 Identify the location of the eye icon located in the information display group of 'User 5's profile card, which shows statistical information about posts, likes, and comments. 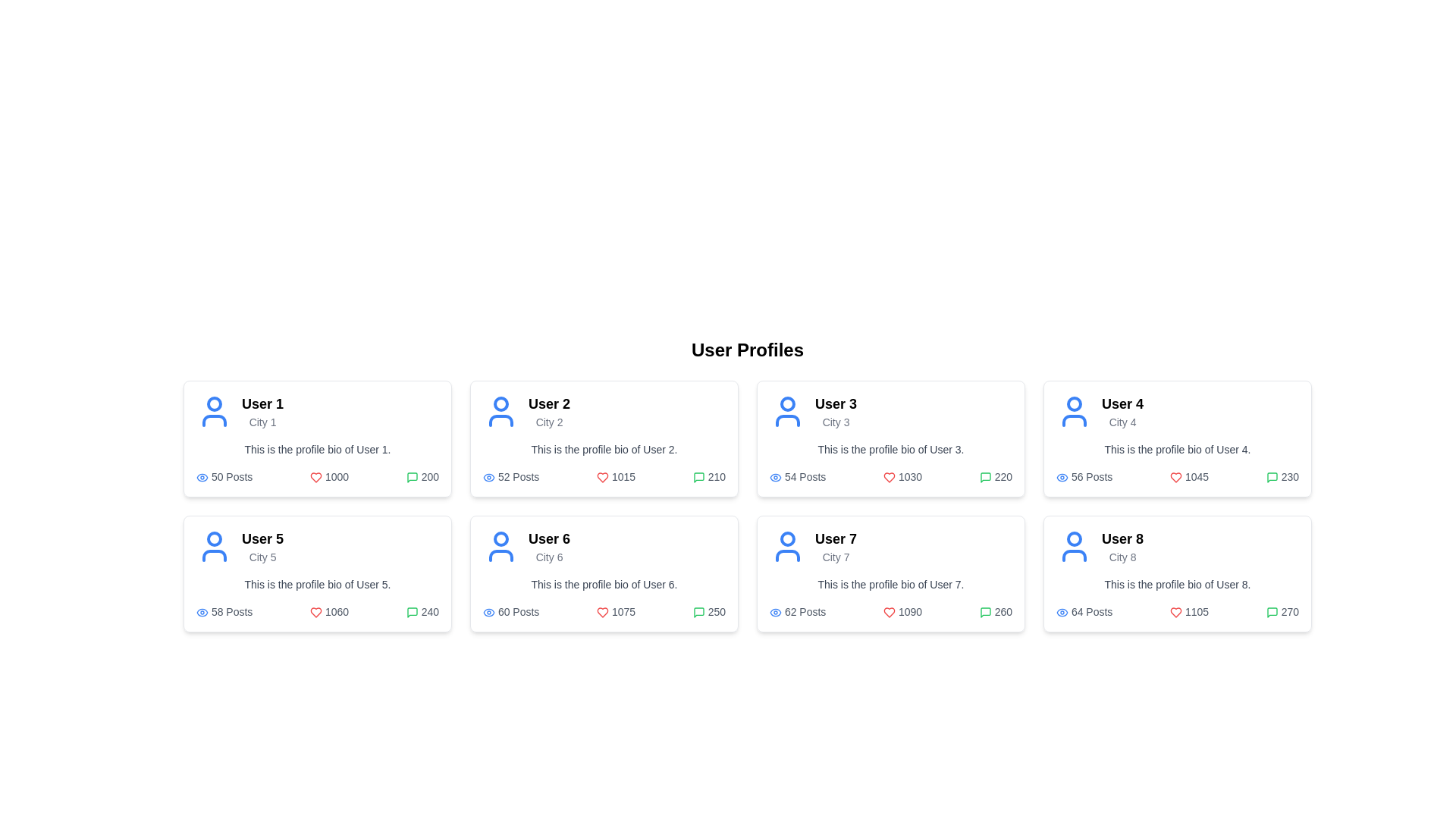
(316, 610).